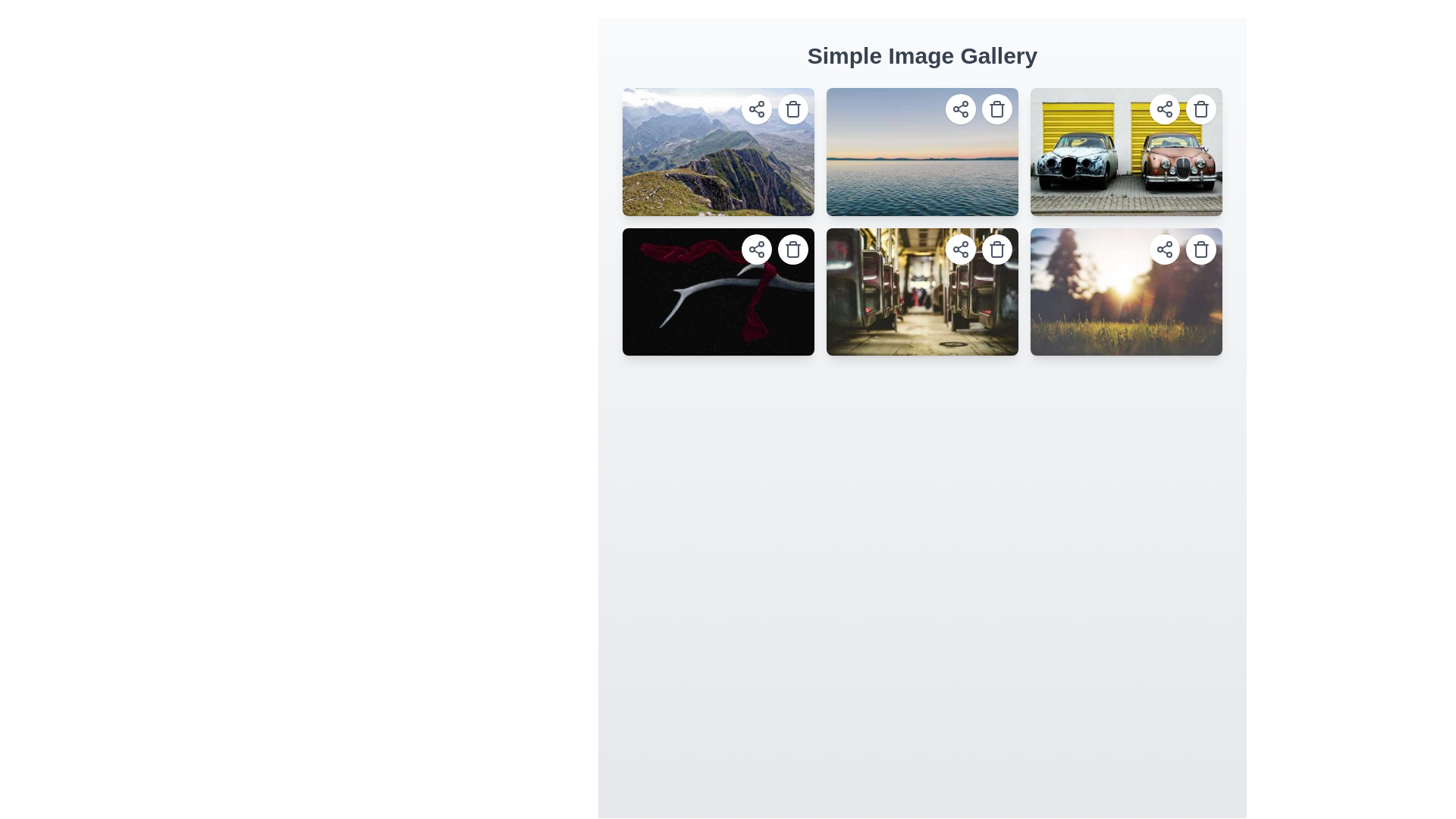  Describe the element at coordinates (792, 108) in the screenshot. I see `the circular button with a trash can icon located at the top-right corner of the first image` at that location.